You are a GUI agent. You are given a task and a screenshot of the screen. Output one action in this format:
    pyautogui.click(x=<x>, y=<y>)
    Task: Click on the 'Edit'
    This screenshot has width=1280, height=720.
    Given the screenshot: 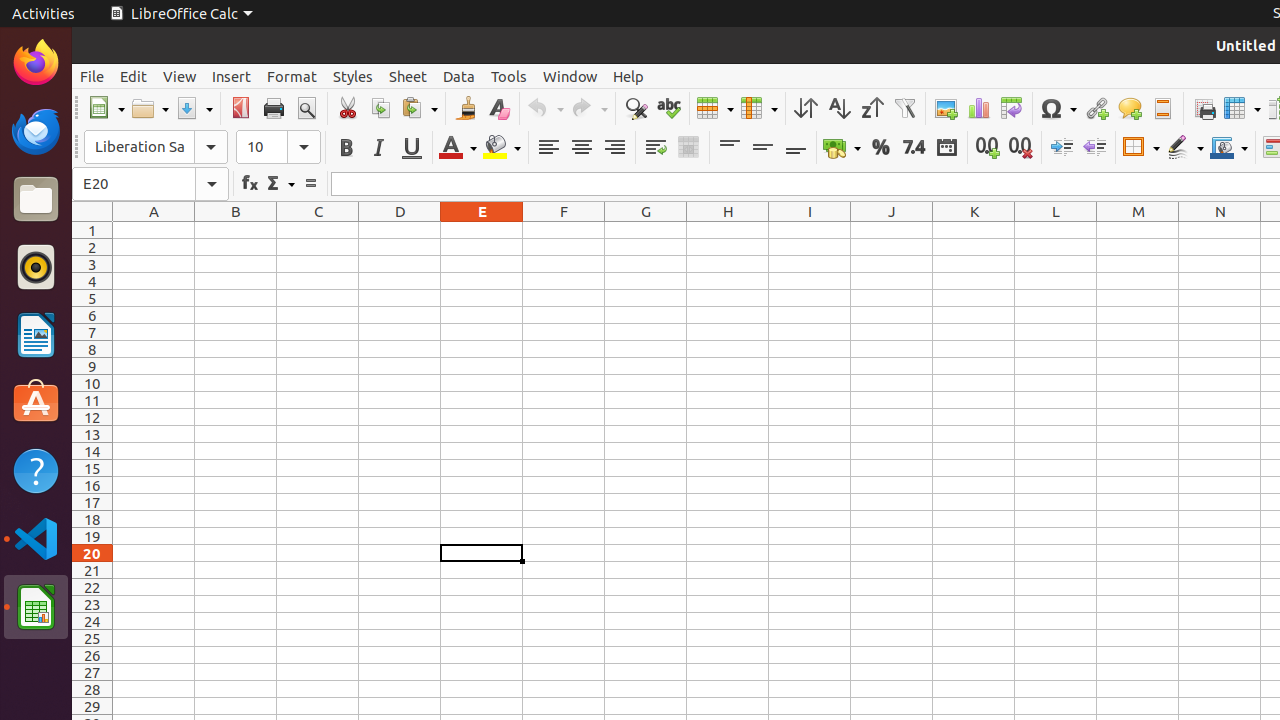 What is the action you would take?
    pyautogui.click(x=132, y=75)
    